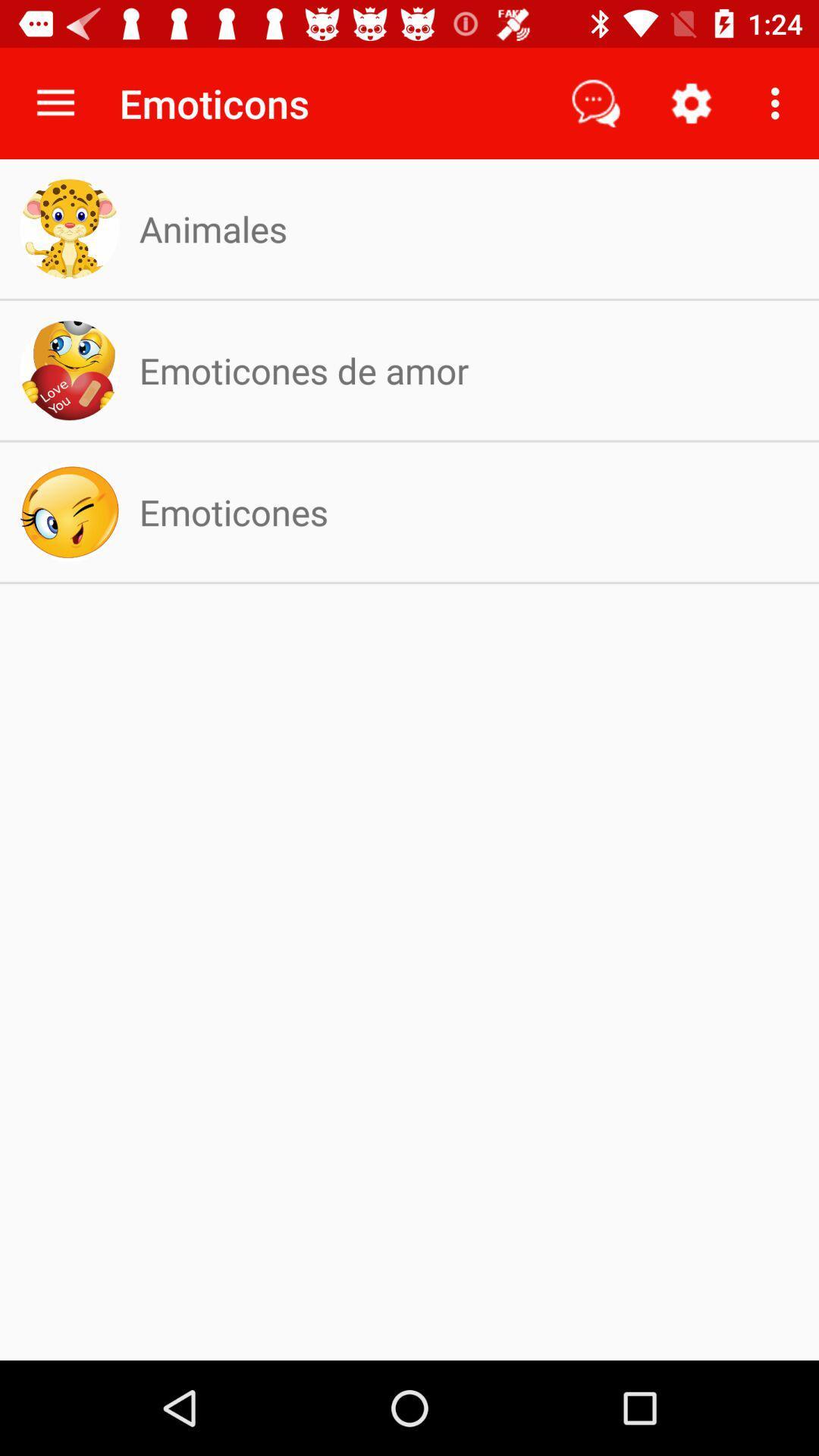 Image resolution: width=819 pixels, height=1456 pixels. What do you see at coordinates (691, 103) in the screenshot?
I see `the setting icon bar` at bounding box center [691, 103].